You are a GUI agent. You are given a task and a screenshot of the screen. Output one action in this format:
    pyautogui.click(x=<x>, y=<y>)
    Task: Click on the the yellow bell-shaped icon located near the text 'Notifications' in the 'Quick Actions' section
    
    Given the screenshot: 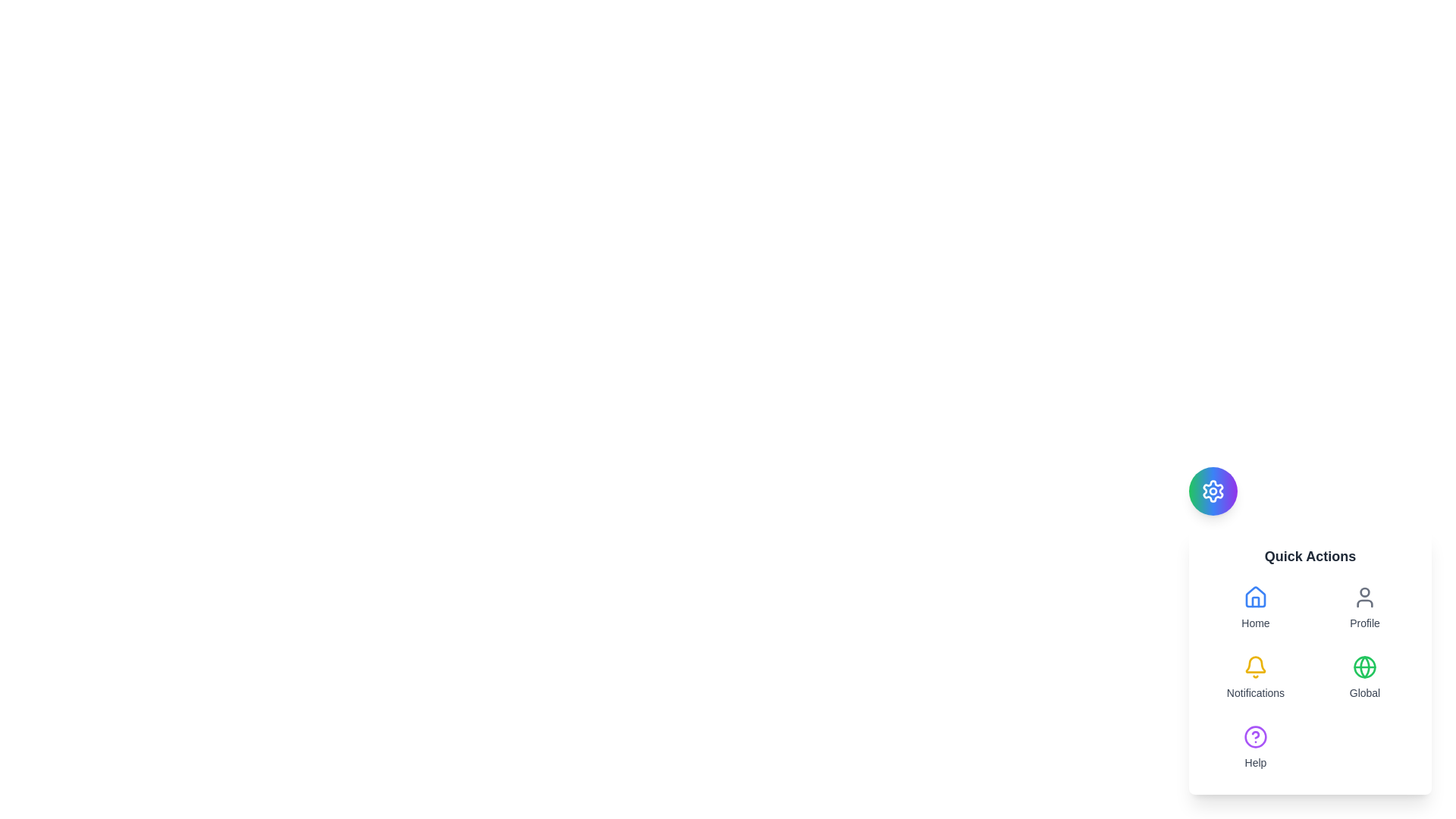 What is the action you would take?
    pyautogui.click(x=1256, y=666)
    